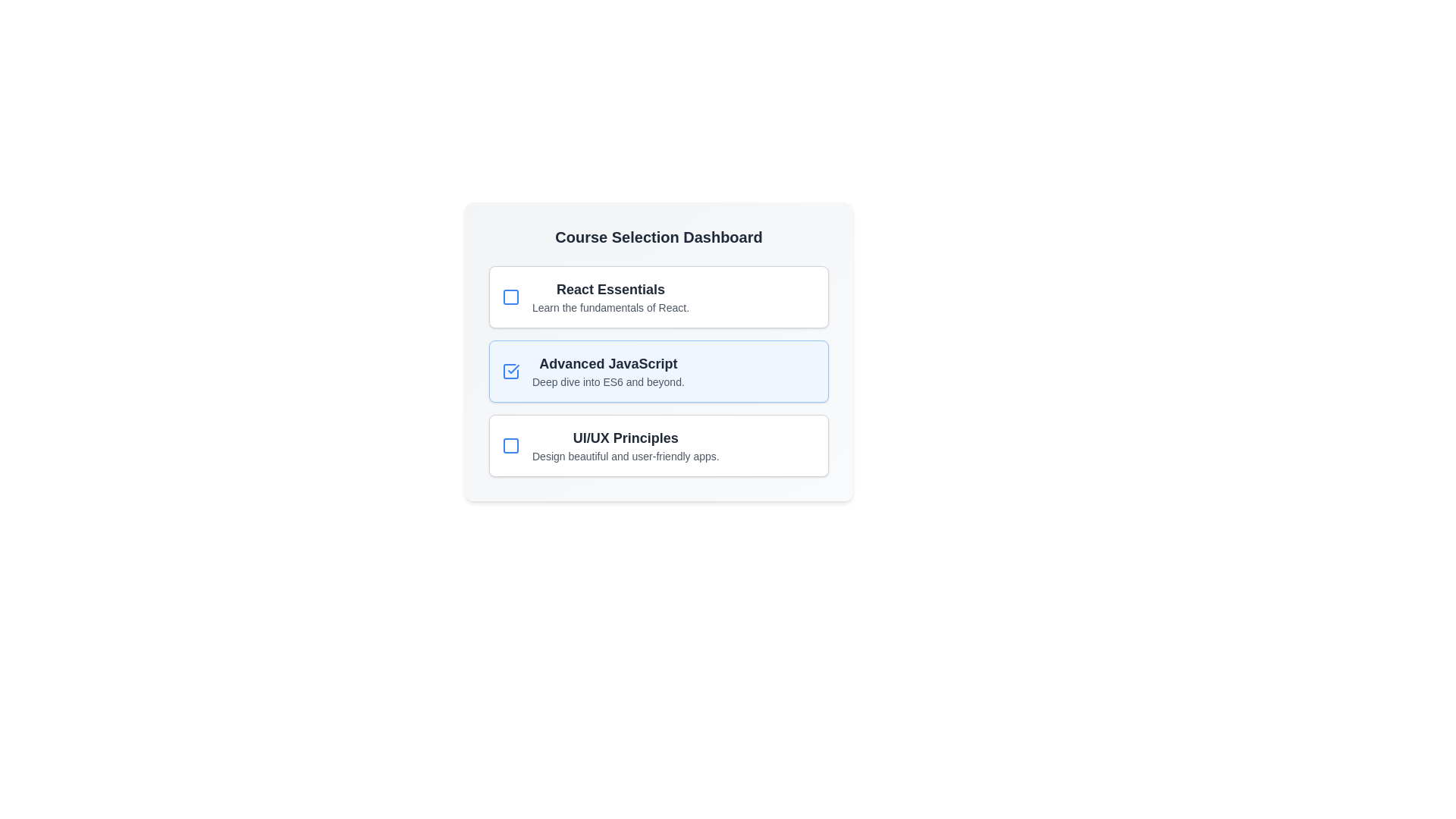  I want to click on the text block displaying the title and description of the 'React Essentials' course, which is the first item in a list of course options, so click(610, 297).